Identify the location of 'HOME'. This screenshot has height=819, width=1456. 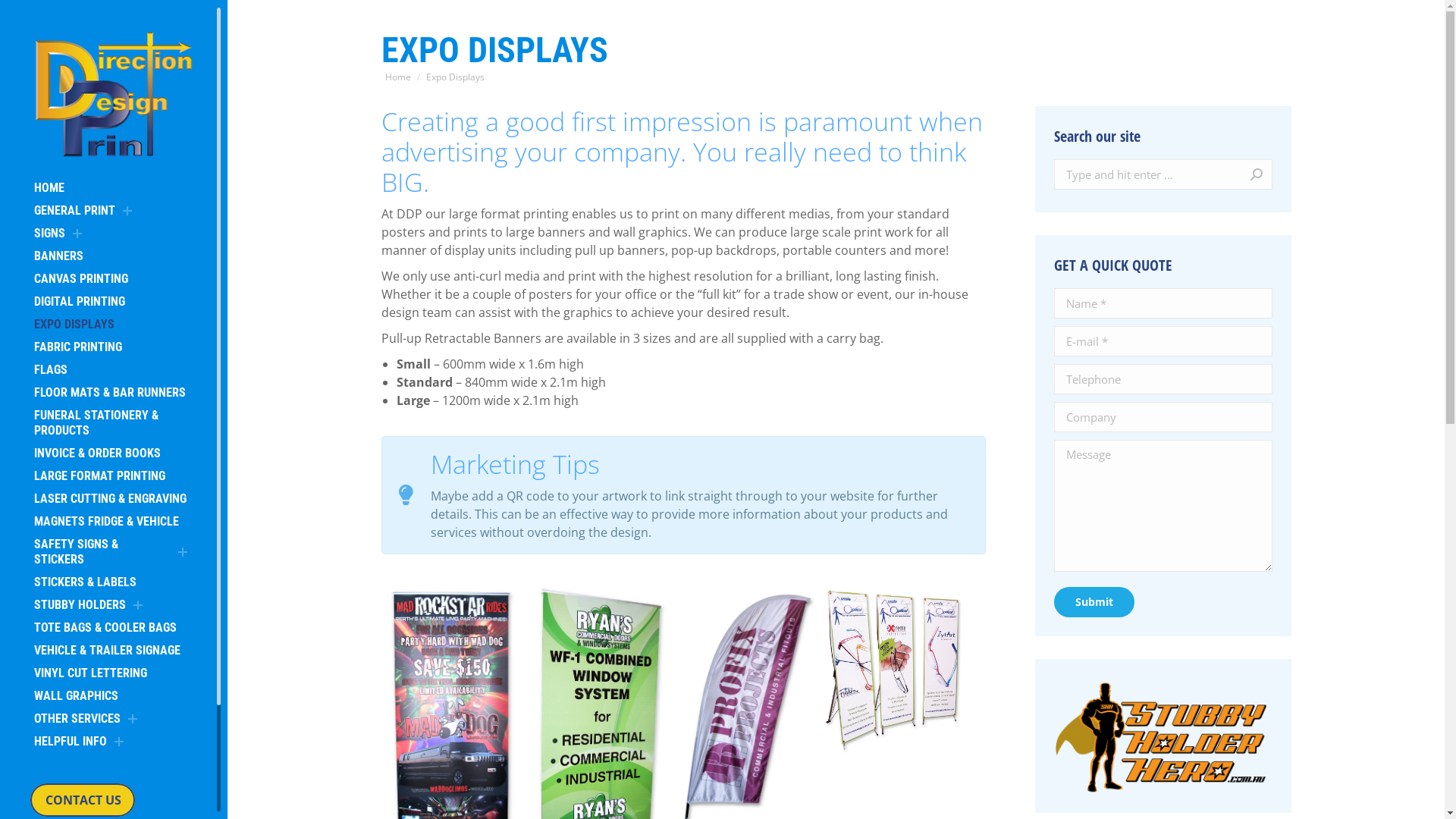
(49, 187).